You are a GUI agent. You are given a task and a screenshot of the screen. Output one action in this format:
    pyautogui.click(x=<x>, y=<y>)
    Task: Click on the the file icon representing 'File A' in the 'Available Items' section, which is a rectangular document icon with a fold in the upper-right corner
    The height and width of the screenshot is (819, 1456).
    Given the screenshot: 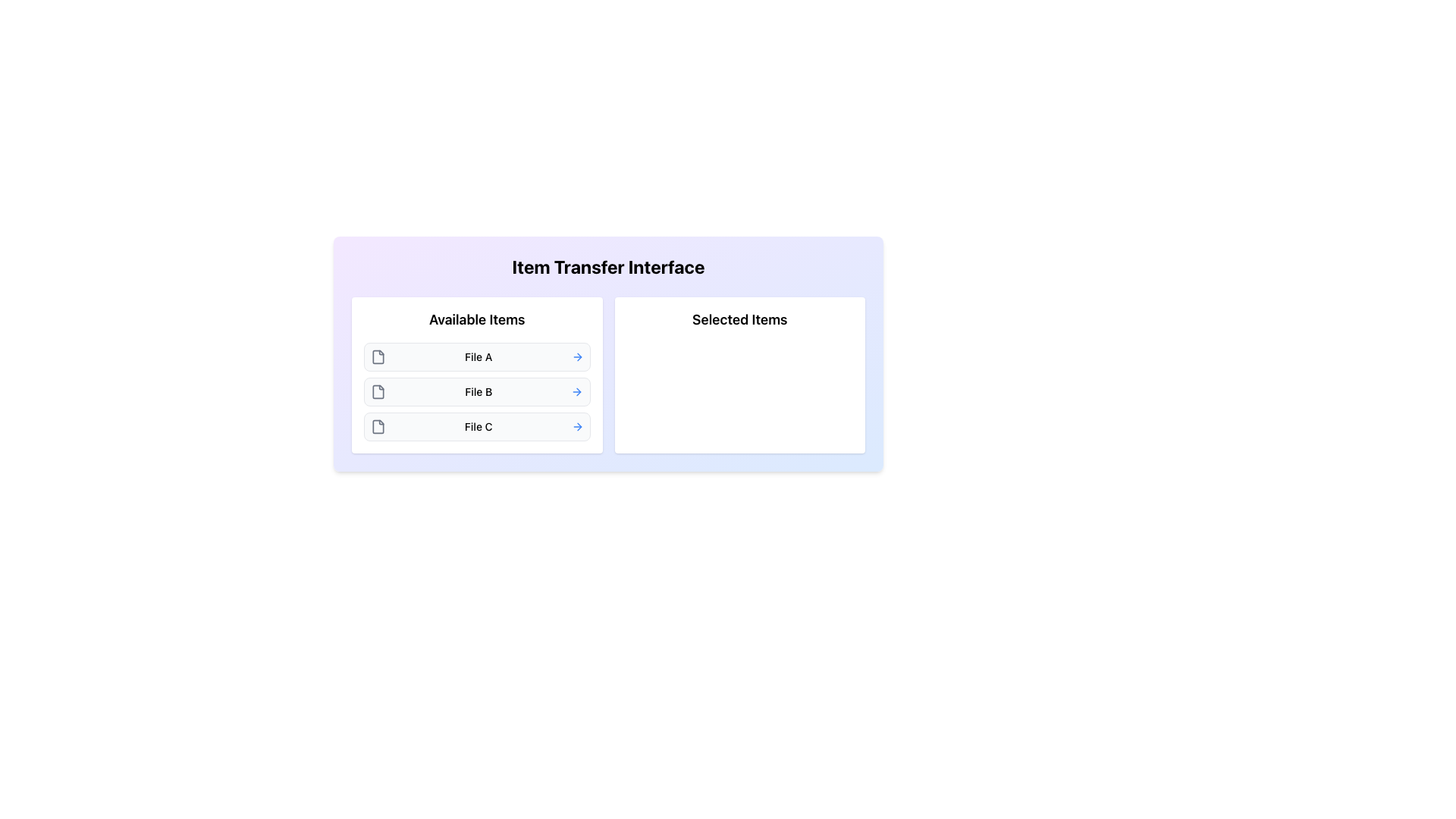 What is the action you would take?
    pyautogui.click(x=378, y=356)
    